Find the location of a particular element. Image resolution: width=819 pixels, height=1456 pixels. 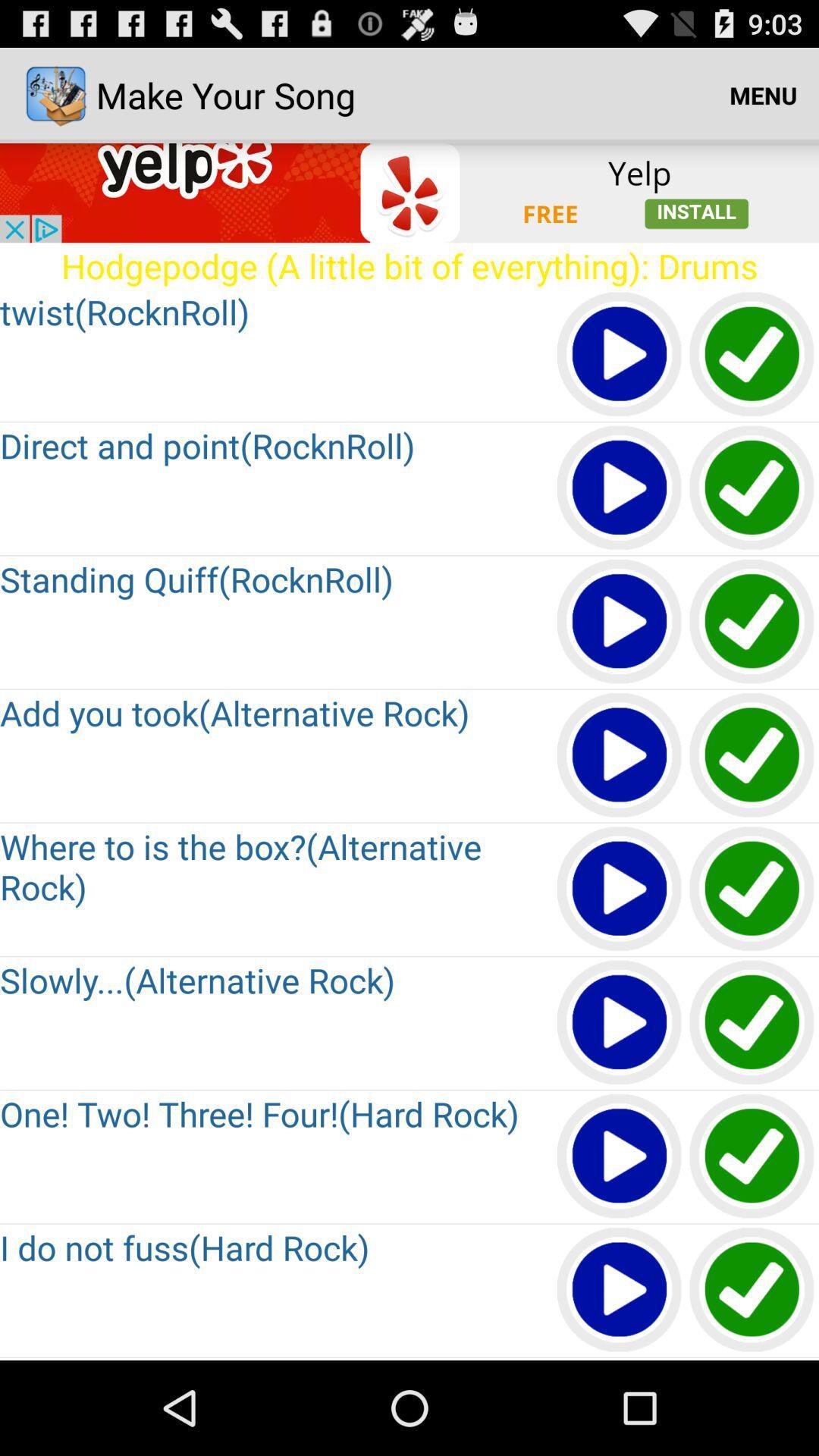

button is located at coordinates (620, 488).